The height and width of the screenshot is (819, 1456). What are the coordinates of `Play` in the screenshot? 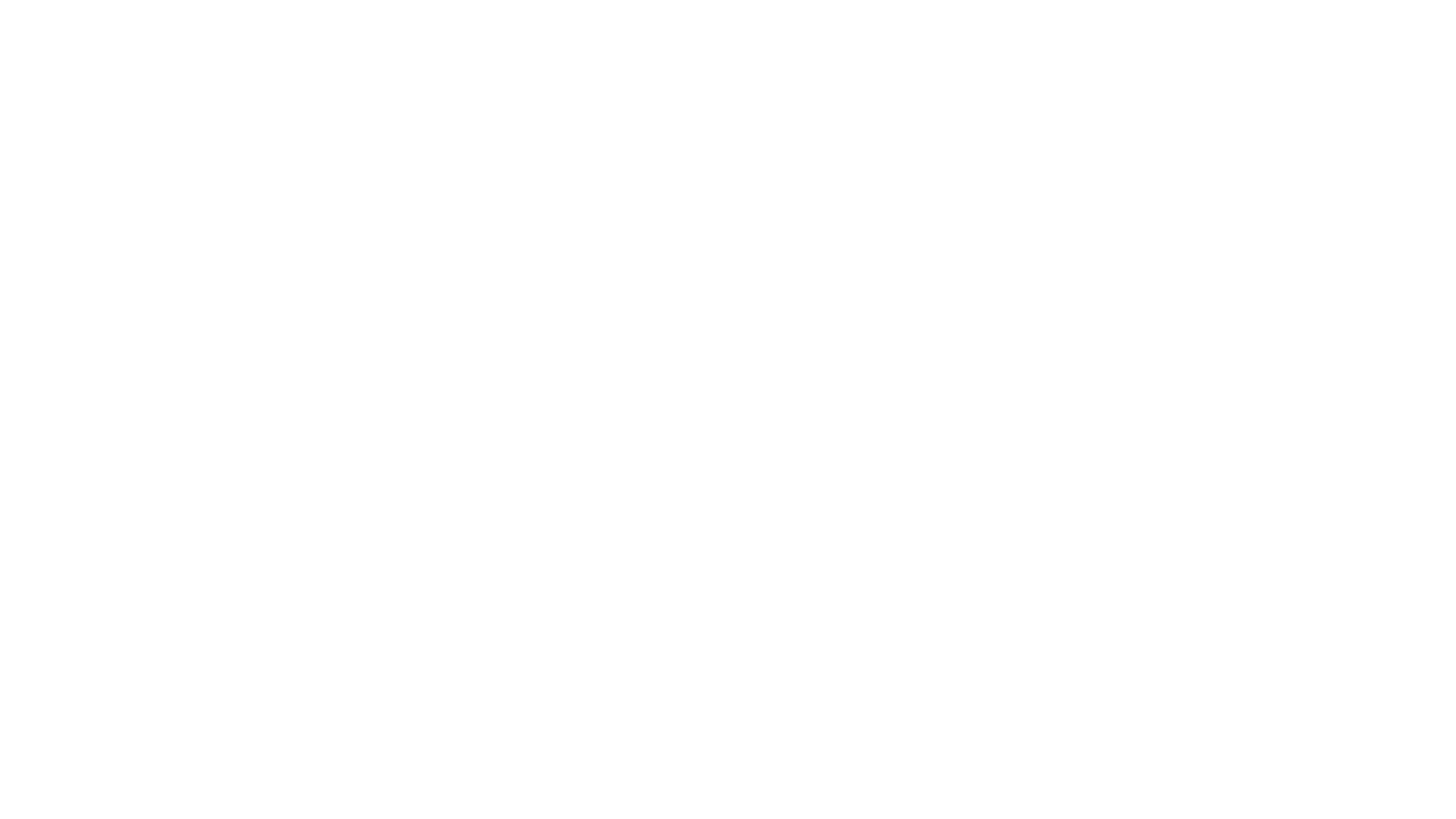 It's located at (55, 629).